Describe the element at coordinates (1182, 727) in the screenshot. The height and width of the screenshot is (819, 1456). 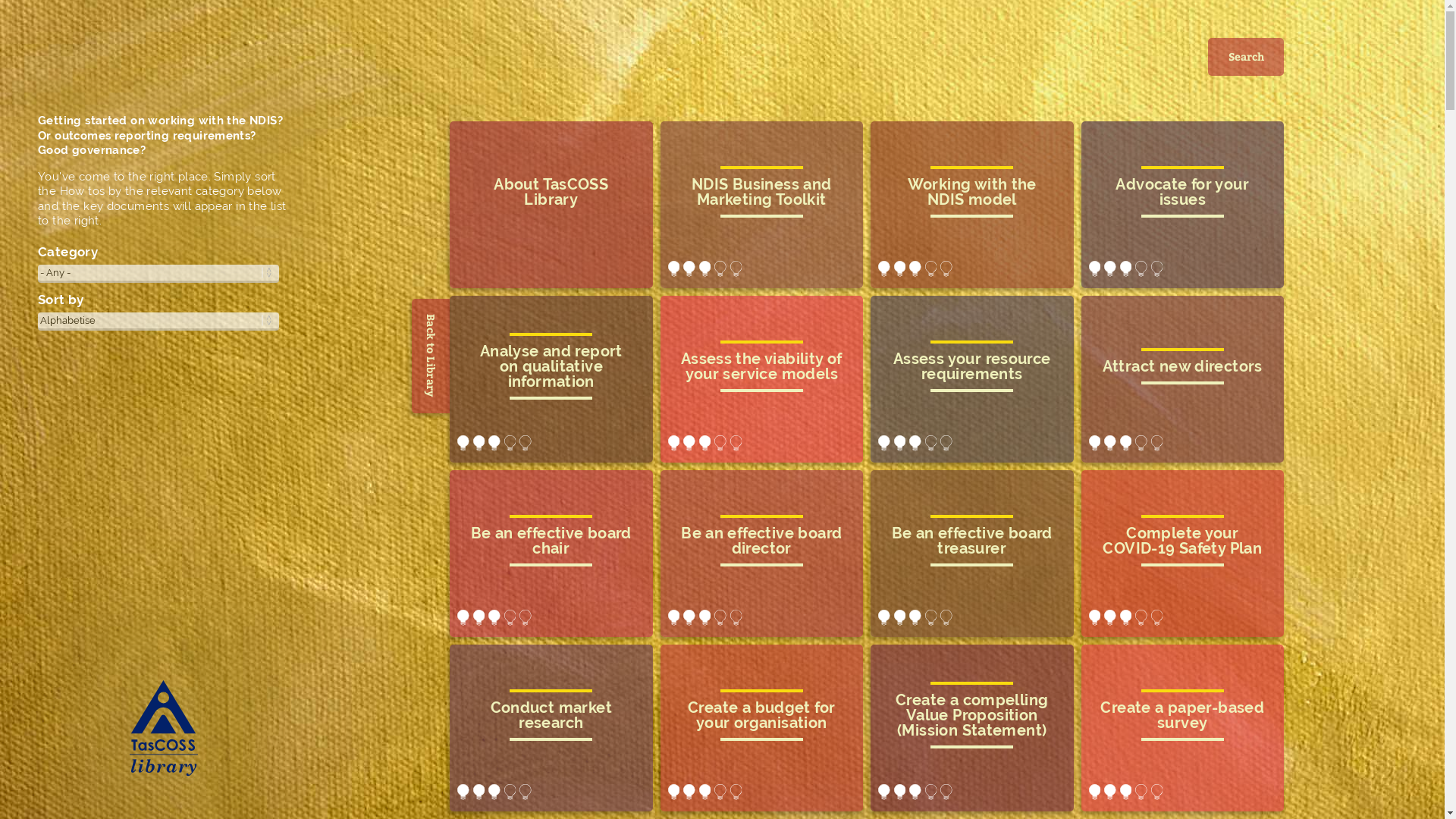
I see `'create a paper-based survey'` at that location.